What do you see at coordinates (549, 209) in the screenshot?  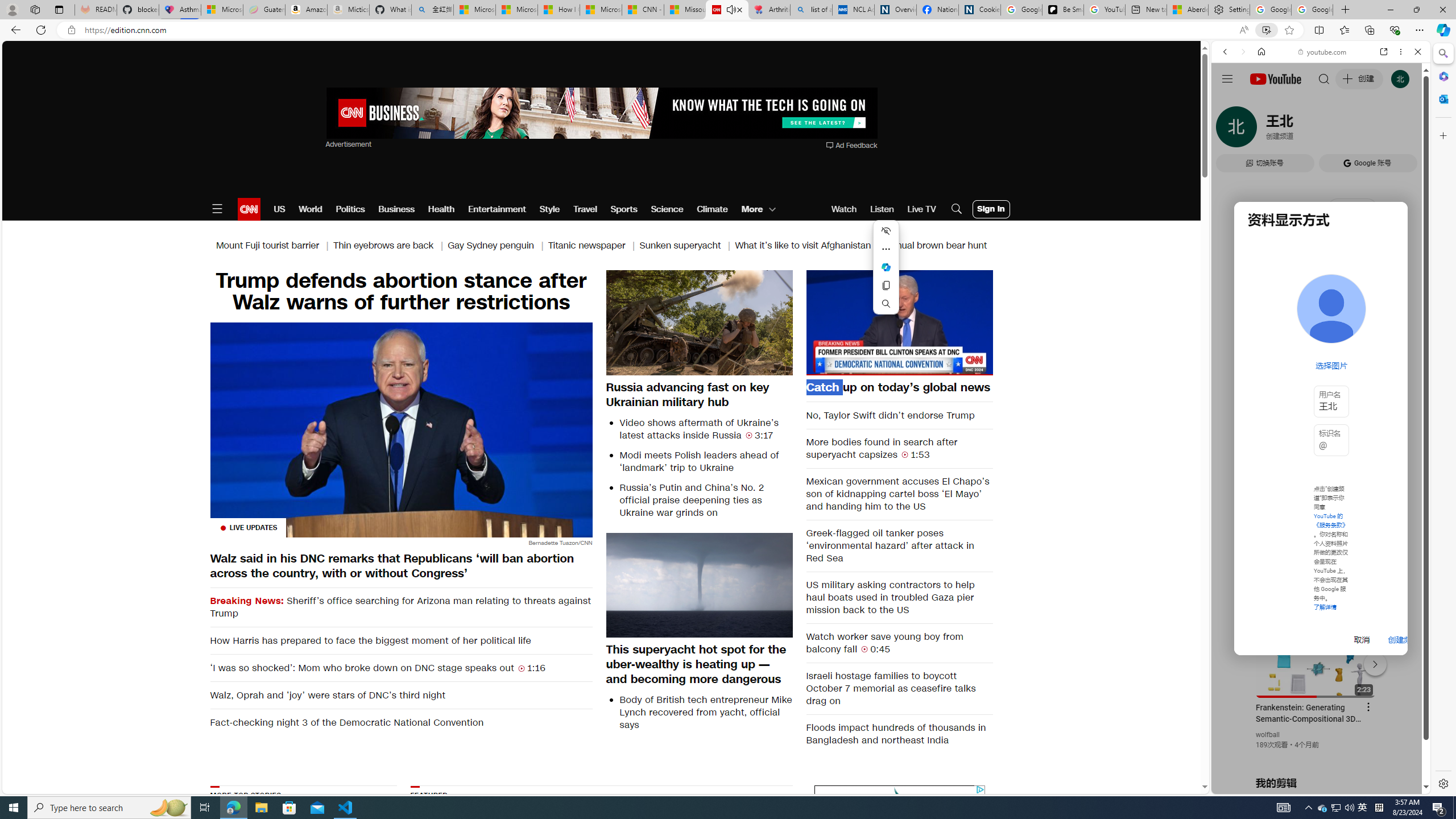 I see `'Style'` at bounding box center [549, 209].